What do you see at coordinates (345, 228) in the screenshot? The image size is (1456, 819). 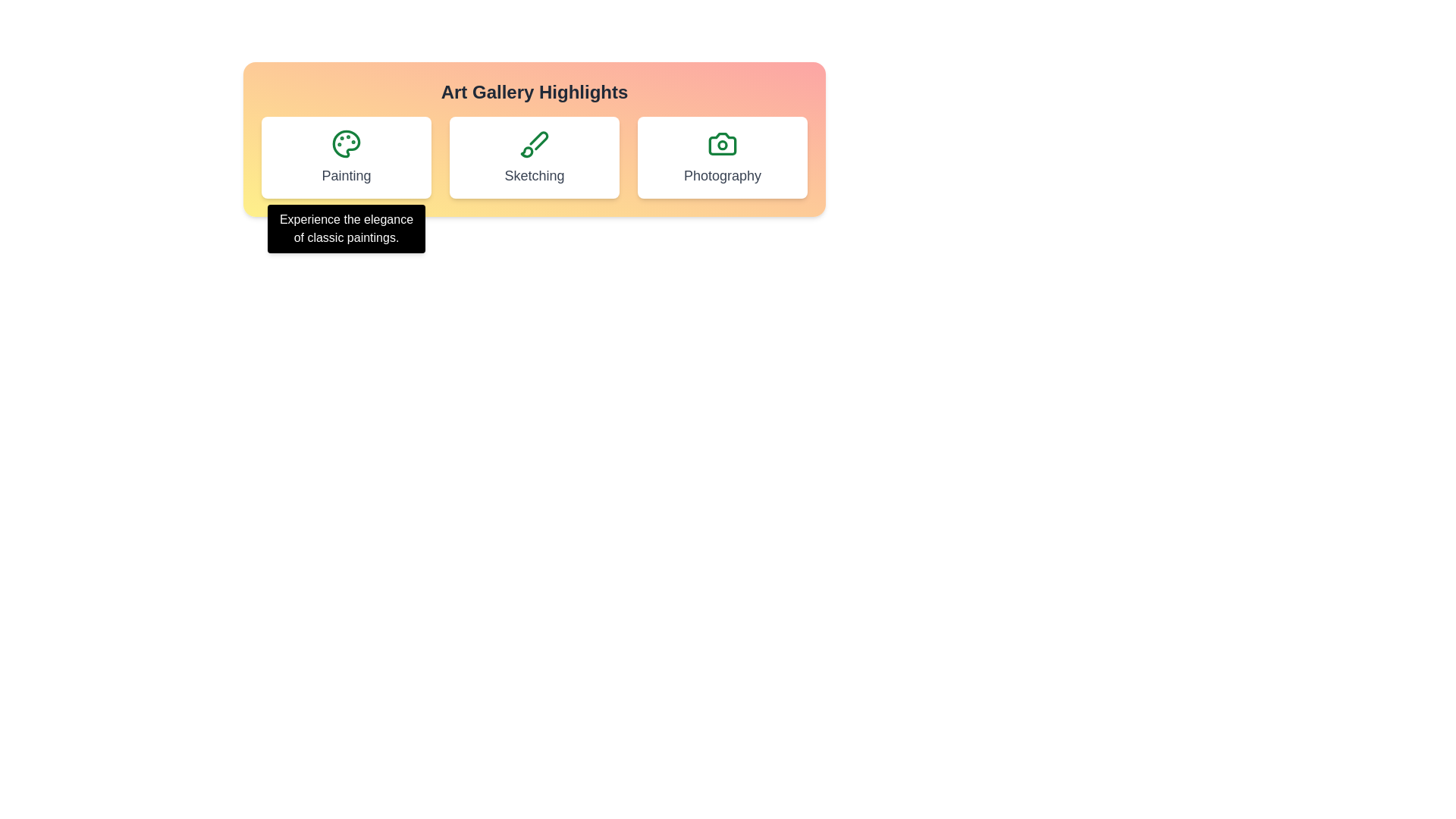 I see `the tooltip providing additional information about the 'Painting' card located below it in the 'Art Gallery Highlights' section` at bounding box center [345, 228].